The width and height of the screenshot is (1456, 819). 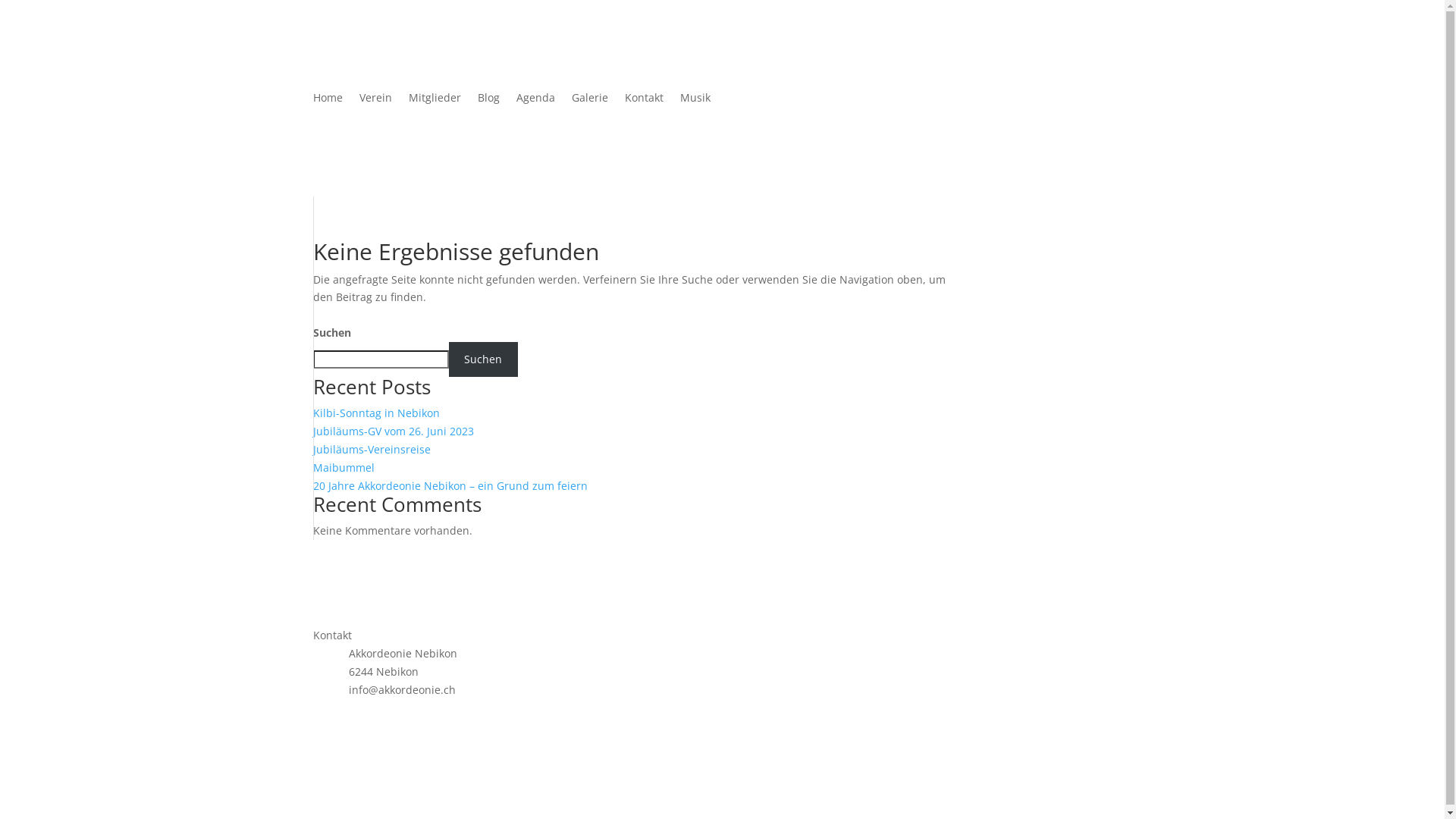 I want to click on 'Musik', so click(x=694, y=100).